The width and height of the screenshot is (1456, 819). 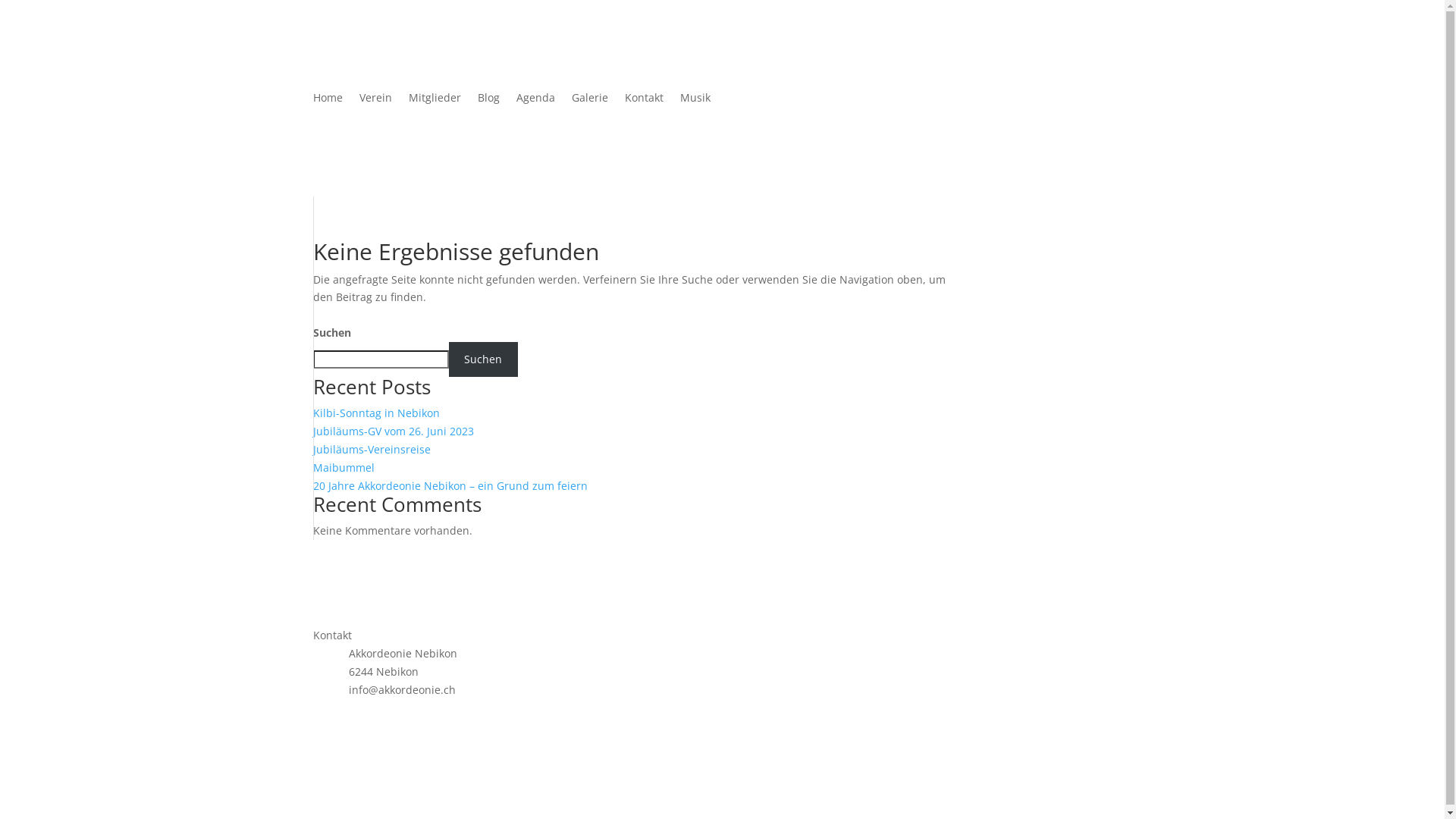 I want to click on 'Musik', so click(x=694, y=100).